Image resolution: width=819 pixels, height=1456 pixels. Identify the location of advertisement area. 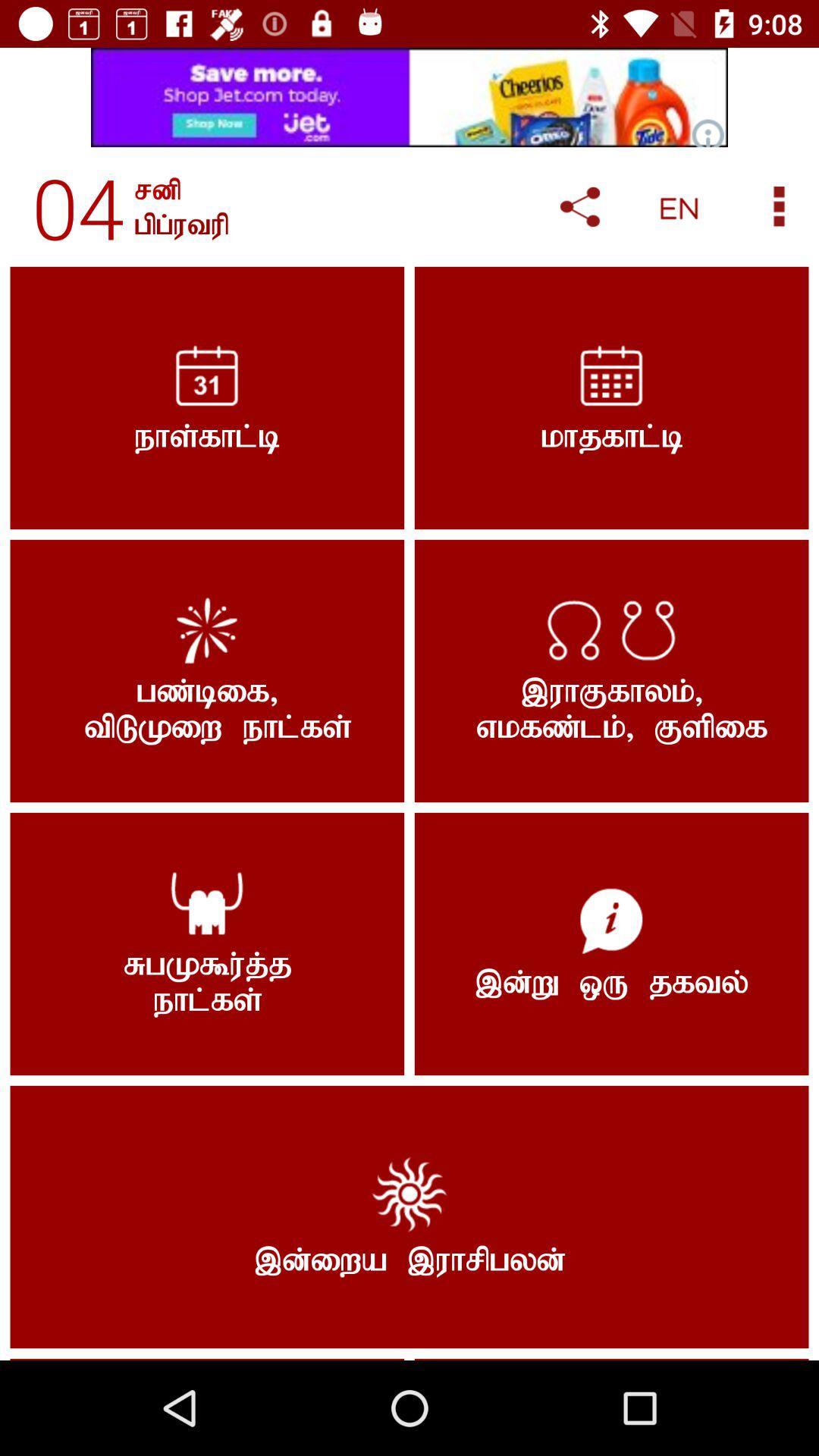
(409, 96).